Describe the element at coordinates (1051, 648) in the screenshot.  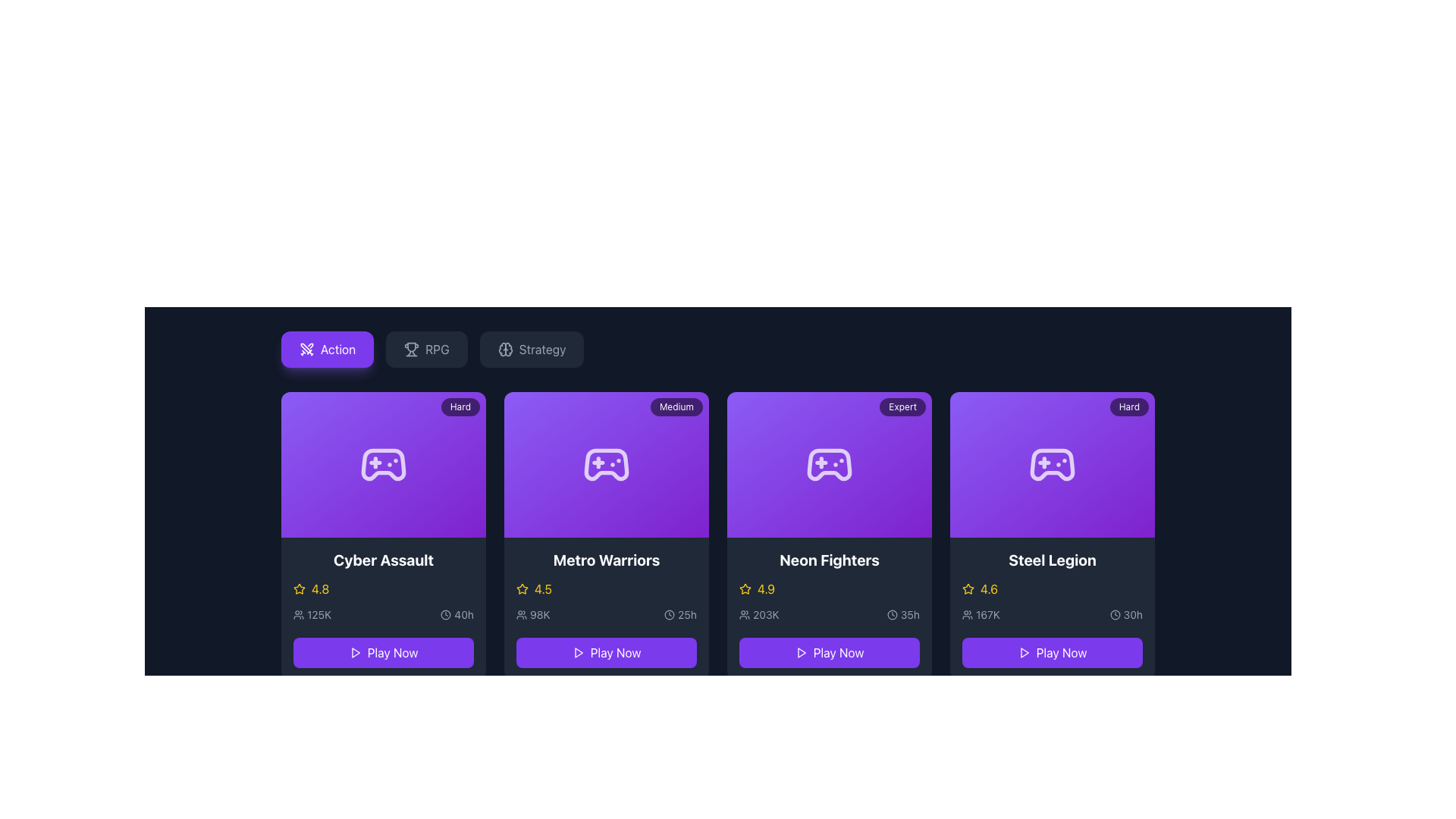
I see `the button located at the bottom of the 'Steel Legion' game card to observe any interactive effects` at that location.